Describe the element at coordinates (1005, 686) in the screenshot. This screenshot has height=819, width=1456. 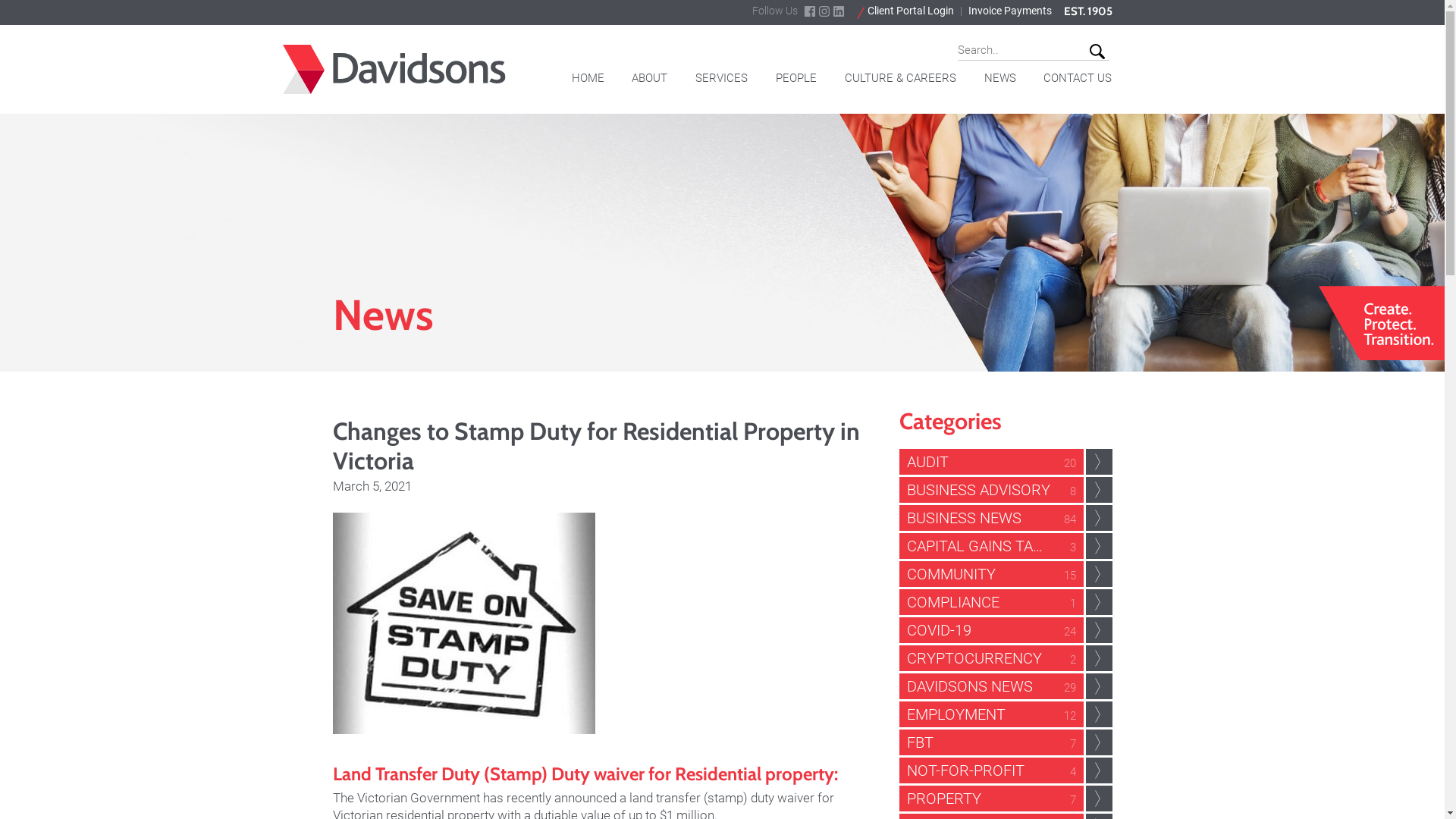
I see `'DAVIDSONS NEWS` at that location.